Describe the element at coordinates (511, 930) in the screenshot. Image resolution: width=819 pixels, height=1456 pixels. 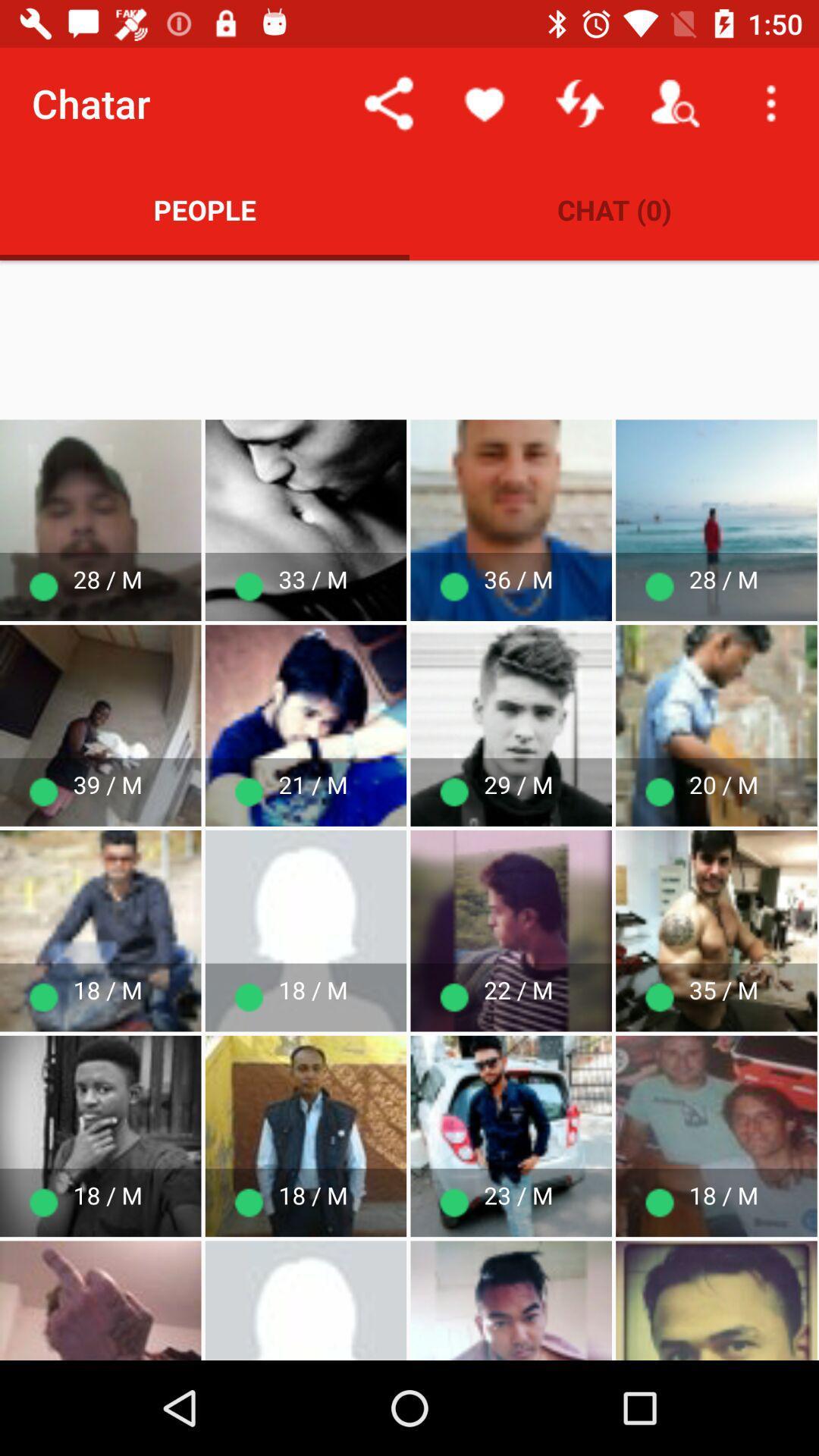
I see `the third image in the third column from left side` at that location.